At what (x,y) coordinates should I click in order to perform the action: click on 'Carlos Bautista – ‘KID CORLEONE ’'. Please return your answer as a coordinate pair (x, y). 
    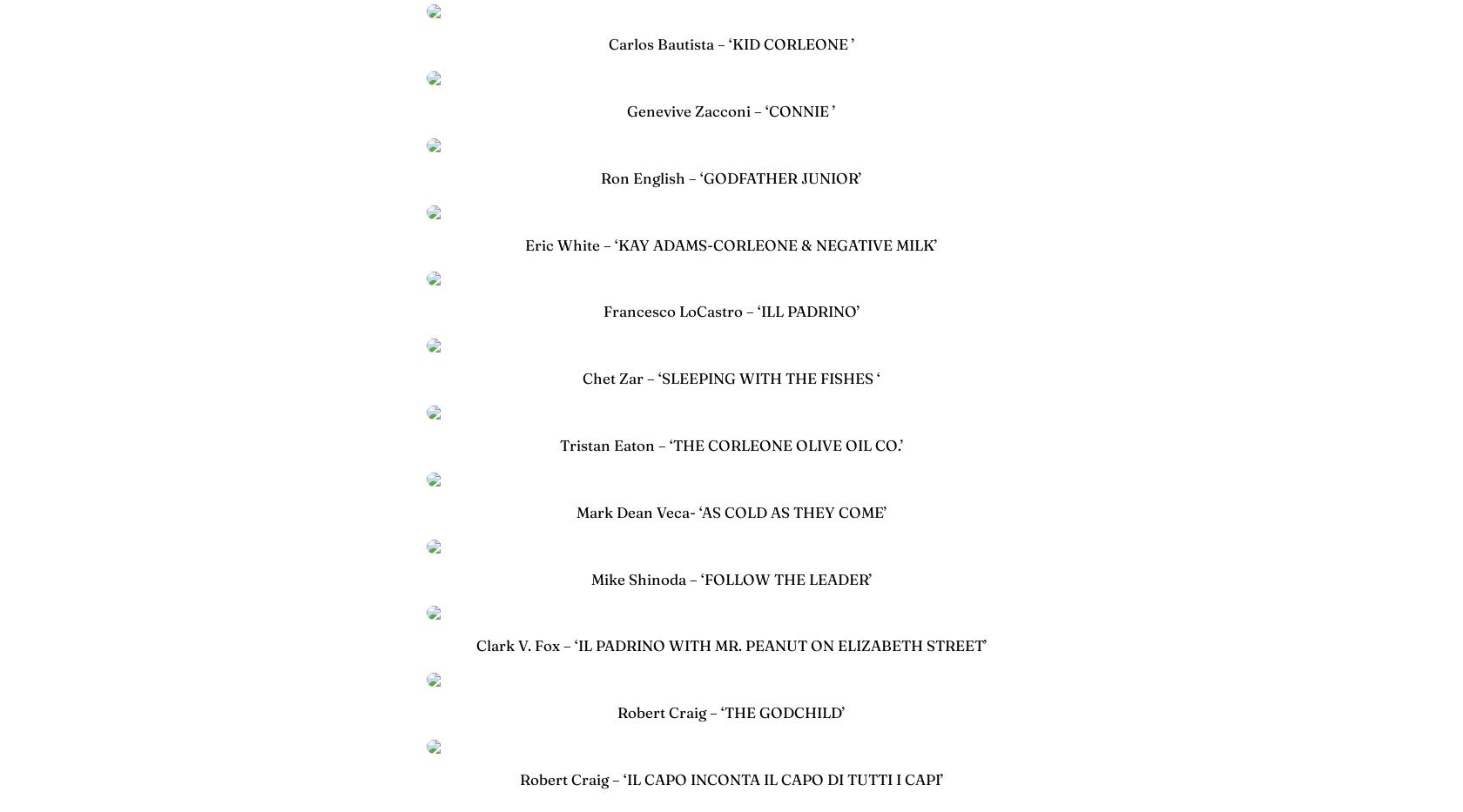
    Looking at the image, I should click on (731, 43).